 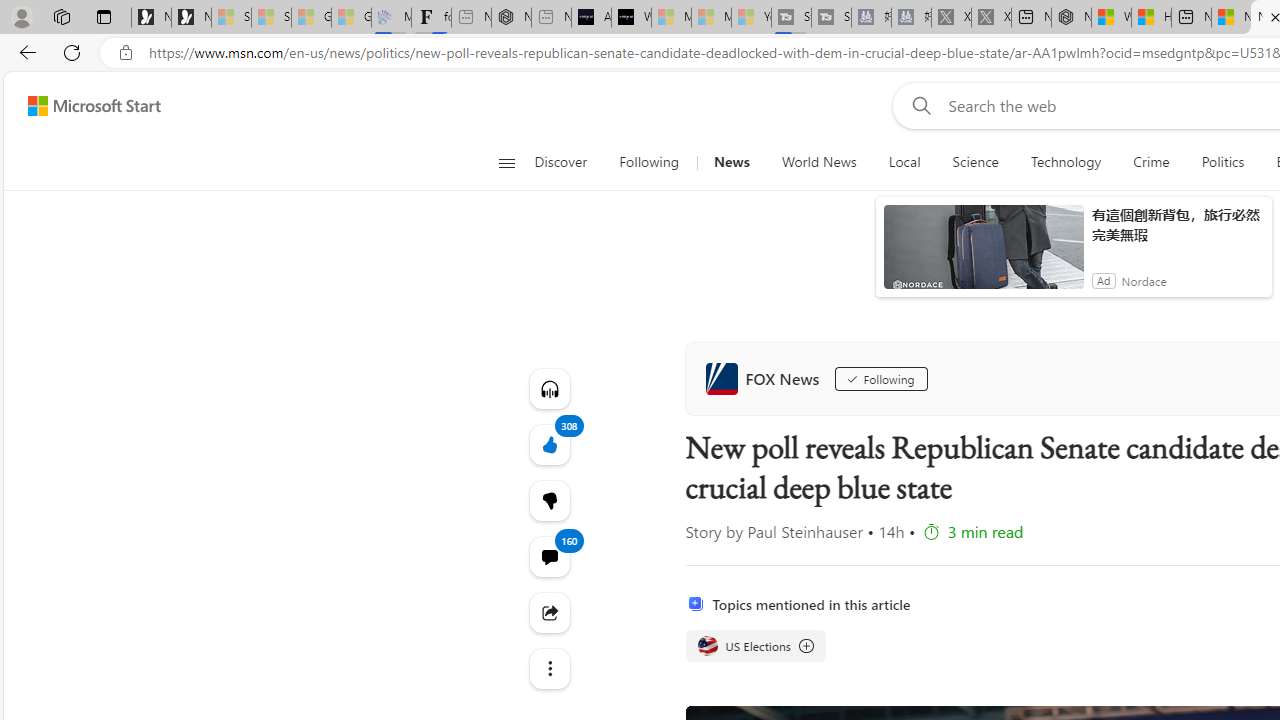 What do you see at coordinates (590, 17) in the screenshot?
I see `'AI Voice Changer for PC and Mac - Voice.ai'` at bounding box center [590, 17].